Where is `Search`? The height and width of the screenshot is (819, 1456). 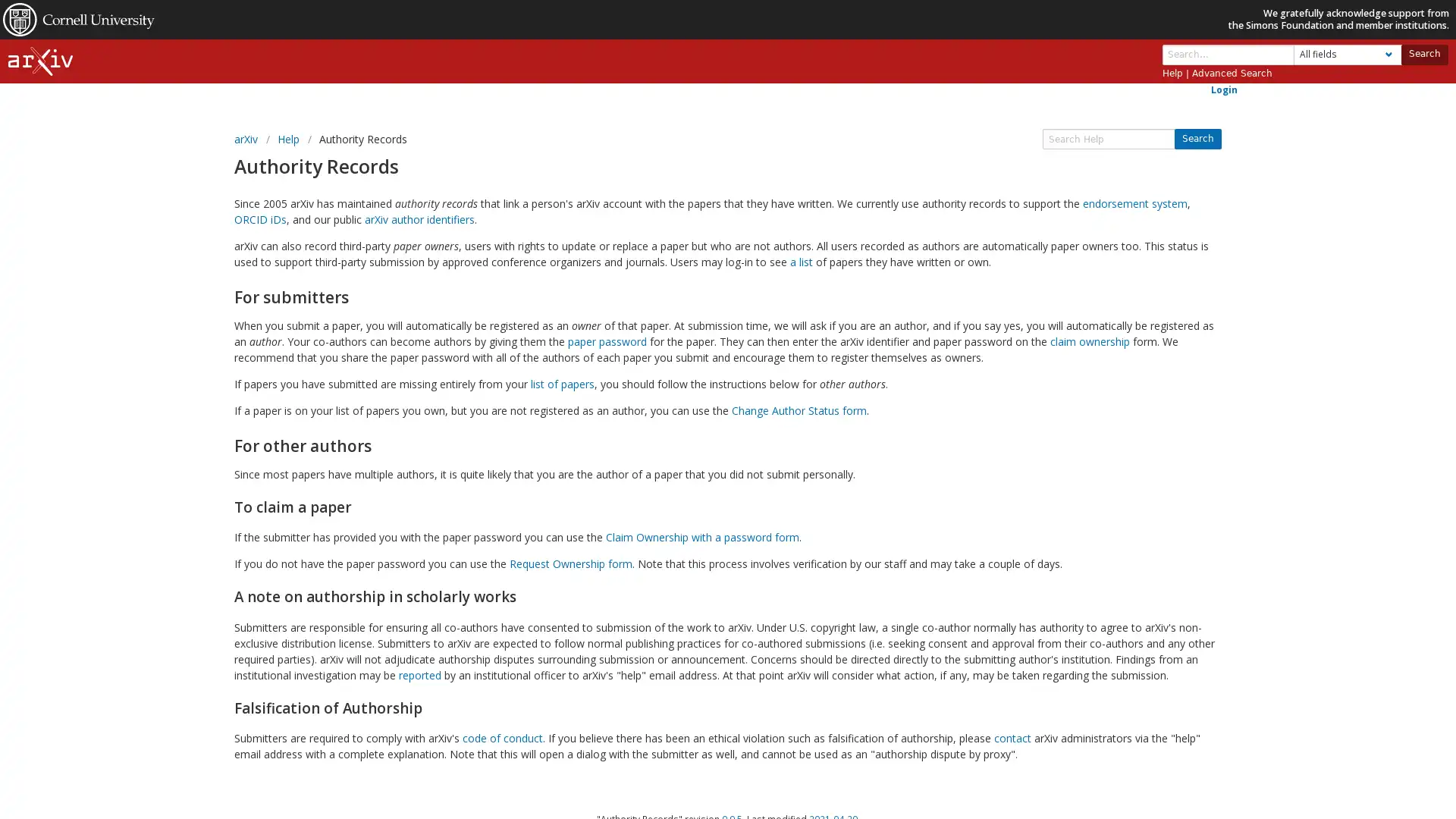
Search is located at coordinates (1423, 53).